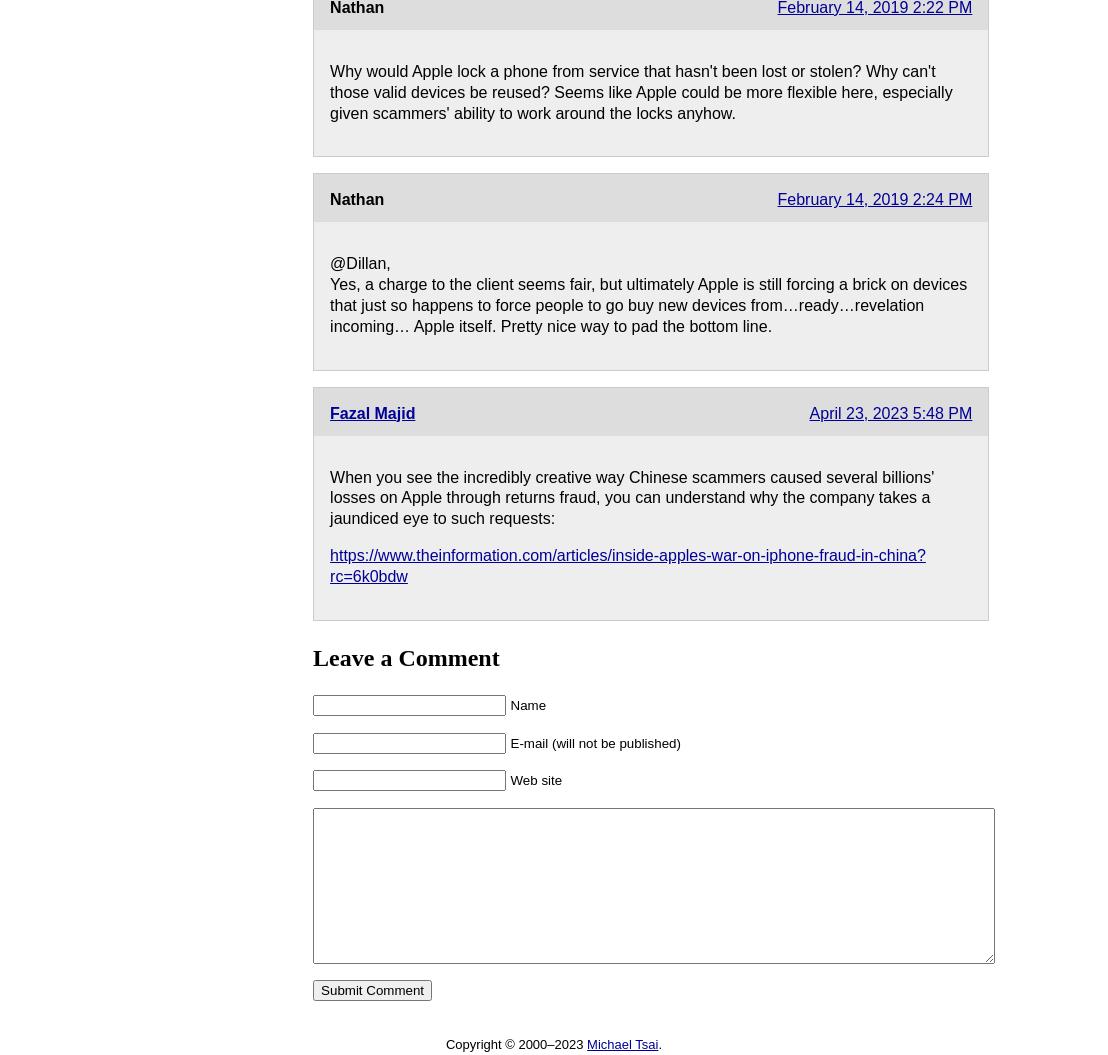 The image size is (1108, 1055). What do you see at coordinates (535, 779) in the screenshot?
I see `'Web site'` at bounding box center [535, 779].